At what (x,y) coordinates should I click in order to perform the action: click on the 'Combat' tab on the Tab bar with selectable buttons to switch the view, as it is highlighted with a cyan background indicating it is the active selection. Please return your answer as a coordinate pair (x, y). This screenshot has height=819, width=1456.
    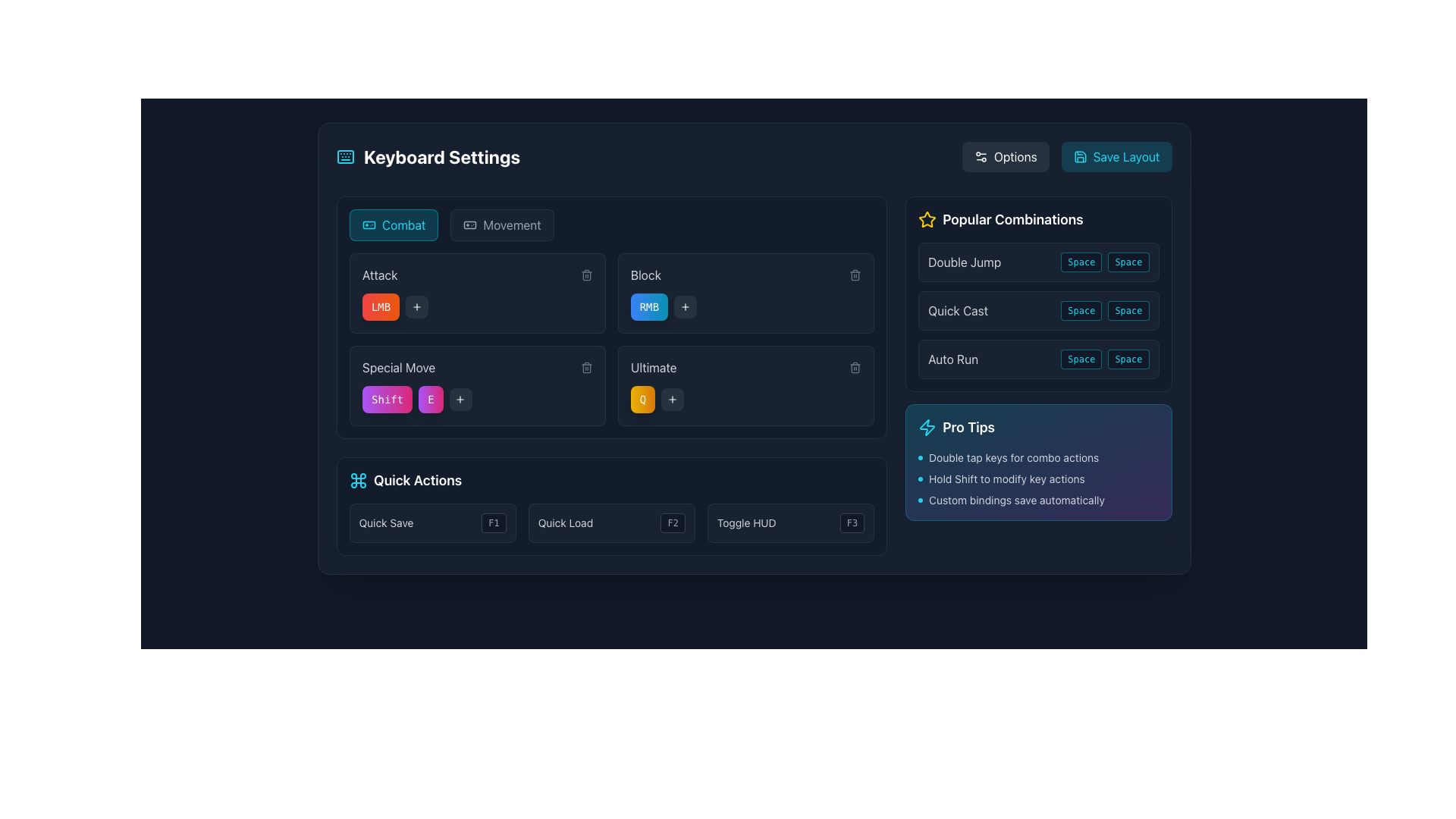
    Looking at the image, I should click on (611, 225).